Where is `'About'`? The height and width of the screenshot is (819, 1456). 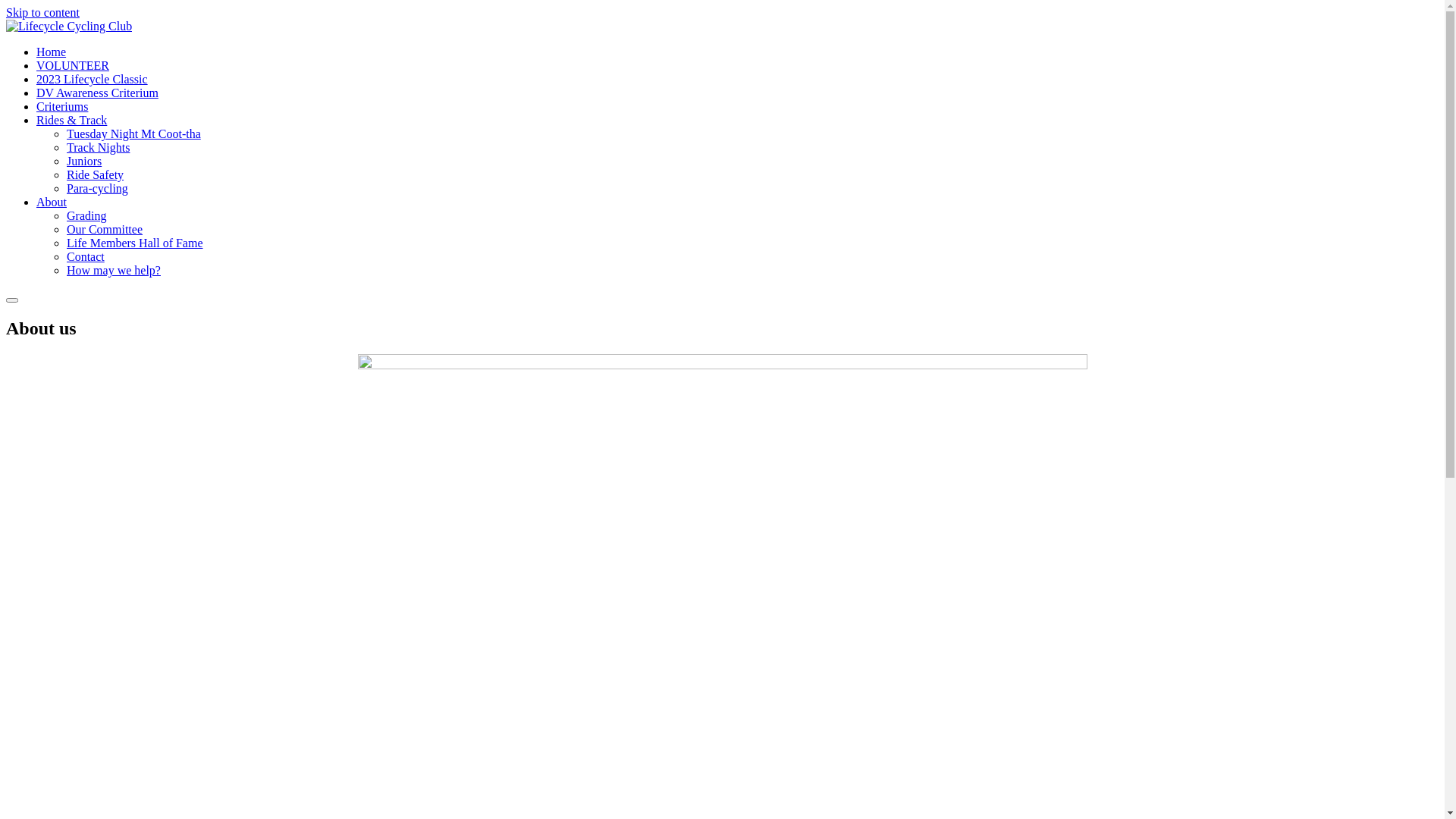
'About' is located at coordinates (51, 201).